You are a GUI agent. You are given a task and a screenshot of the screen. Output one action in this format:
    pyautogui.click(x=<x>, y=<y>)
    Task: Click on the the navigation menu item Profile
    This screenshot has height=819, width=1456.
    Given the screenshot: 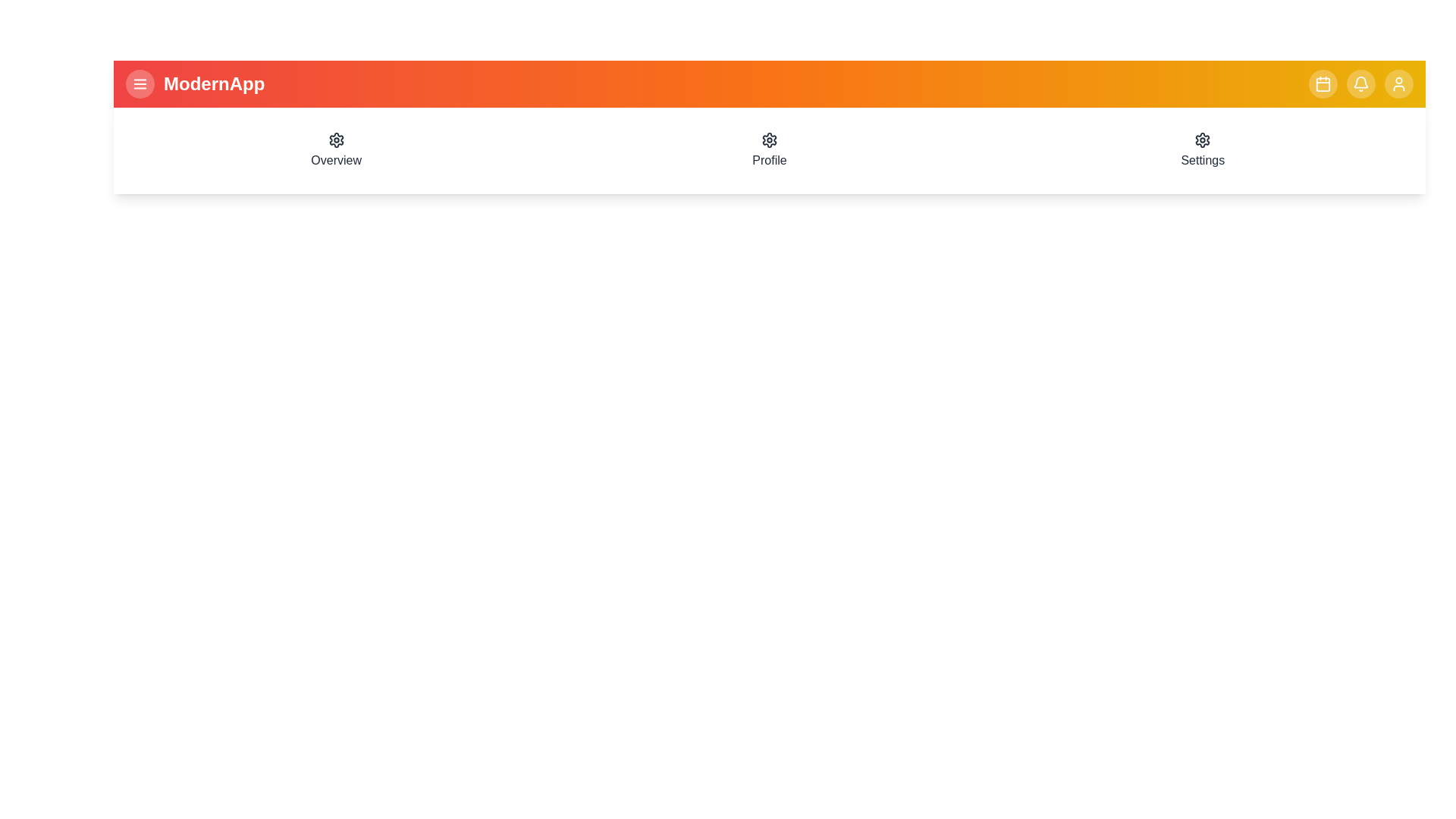 What is the action you would take?
    pyautogui.click(x=769, y=151)
    